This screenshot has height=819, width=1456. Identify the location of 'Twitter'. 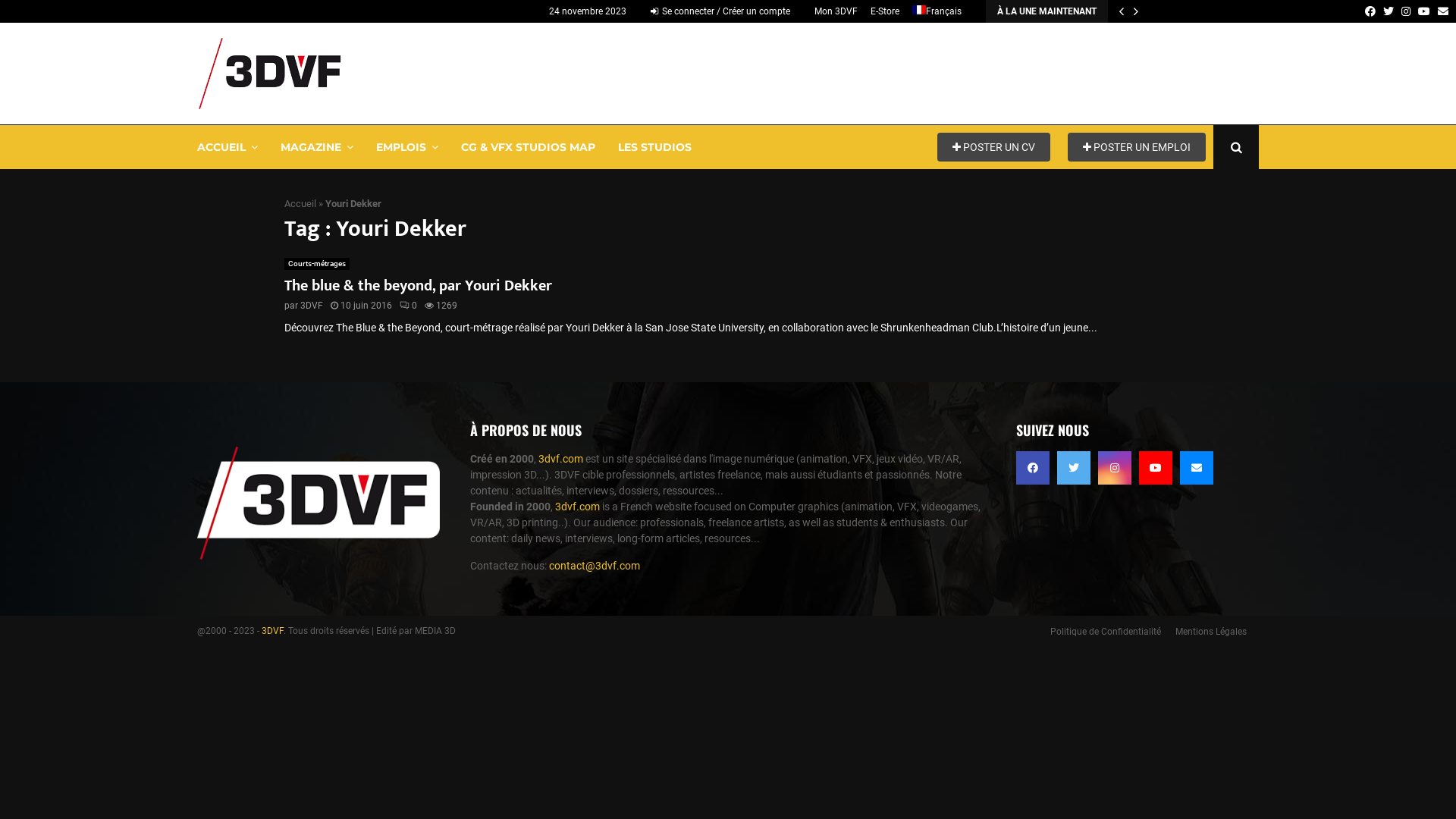
(1073, 467).